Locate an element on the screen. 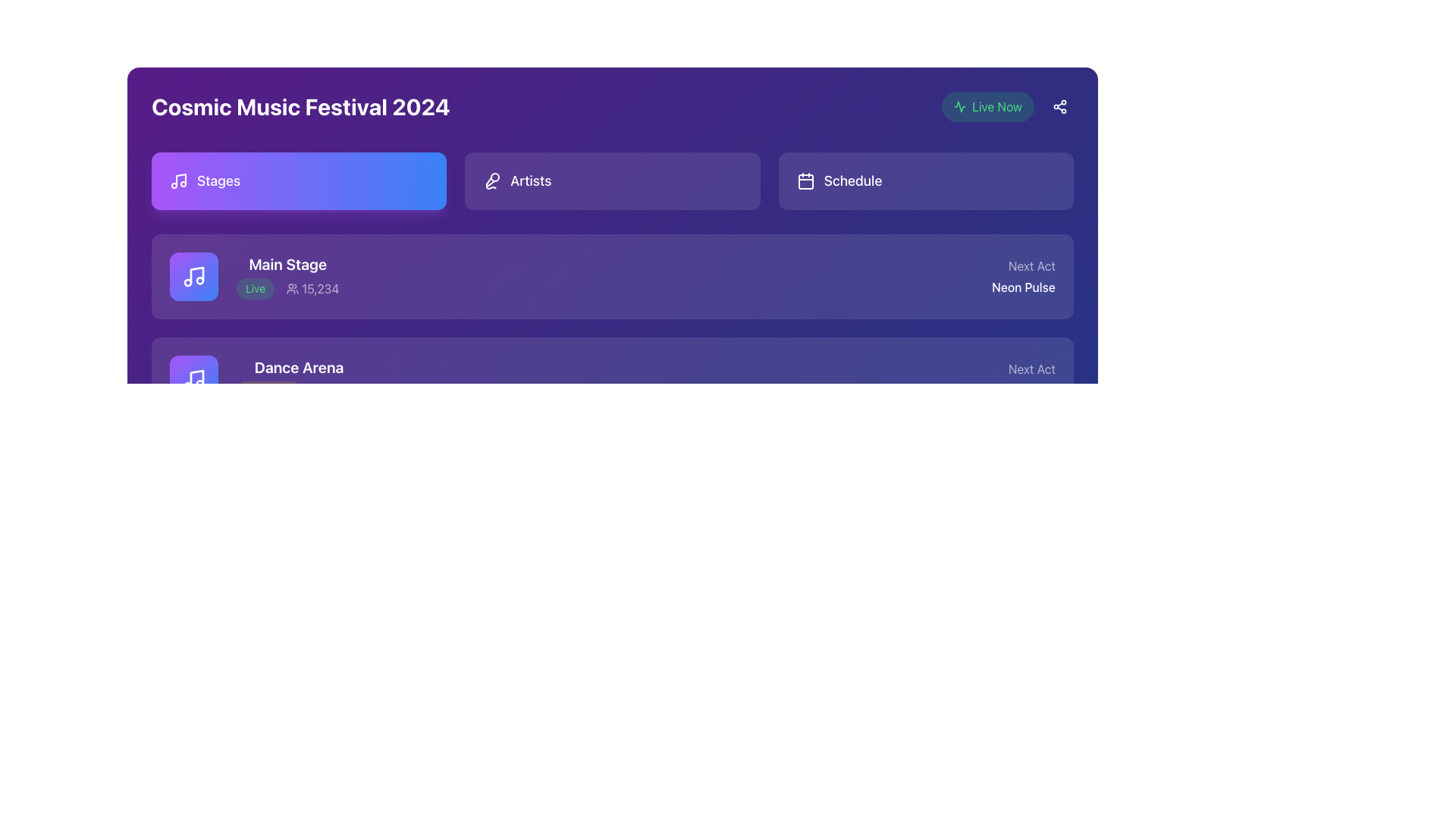 The height and width of the screenshot is (819, 1456). the 'Next Act' text label that indicates the significance of the subsequent textual information in the interface is located at coordinates (1018, 369).